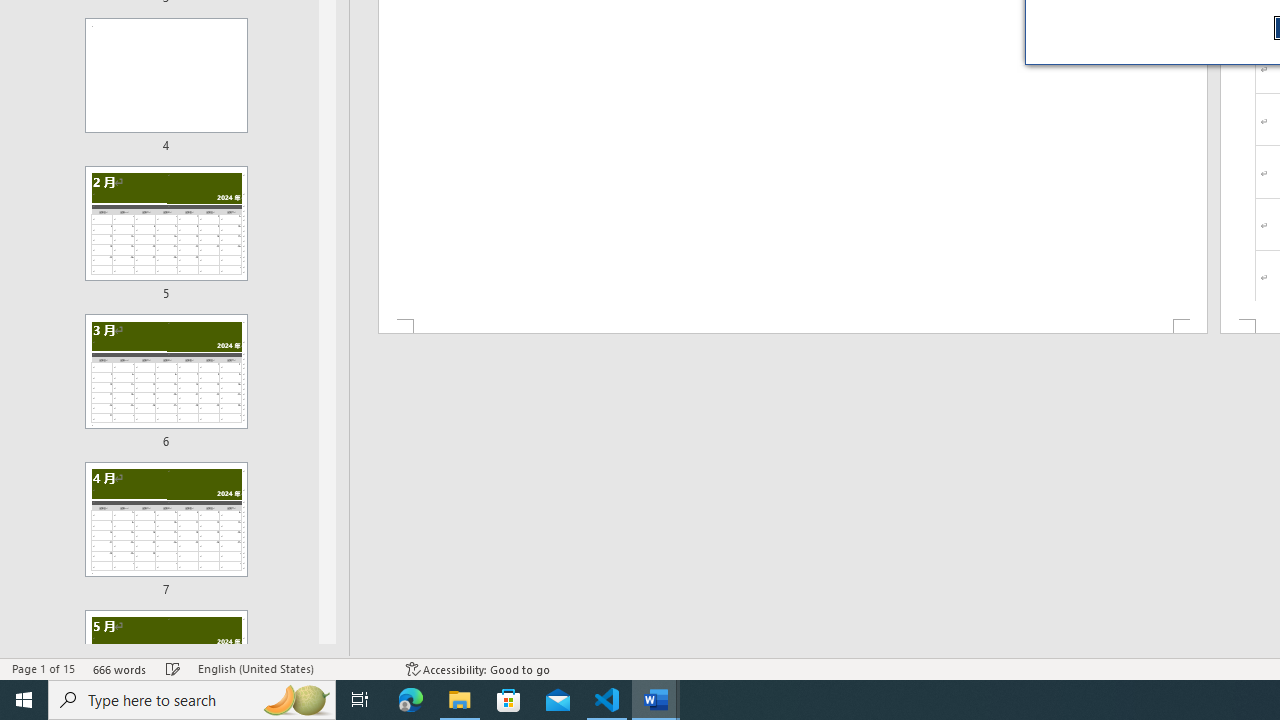 The image size is (1280, 720). What do you see at coordinates (791, 325) in the screenshot?
I see `'Footer -Section 1-'` at bounding box center [791, 325].